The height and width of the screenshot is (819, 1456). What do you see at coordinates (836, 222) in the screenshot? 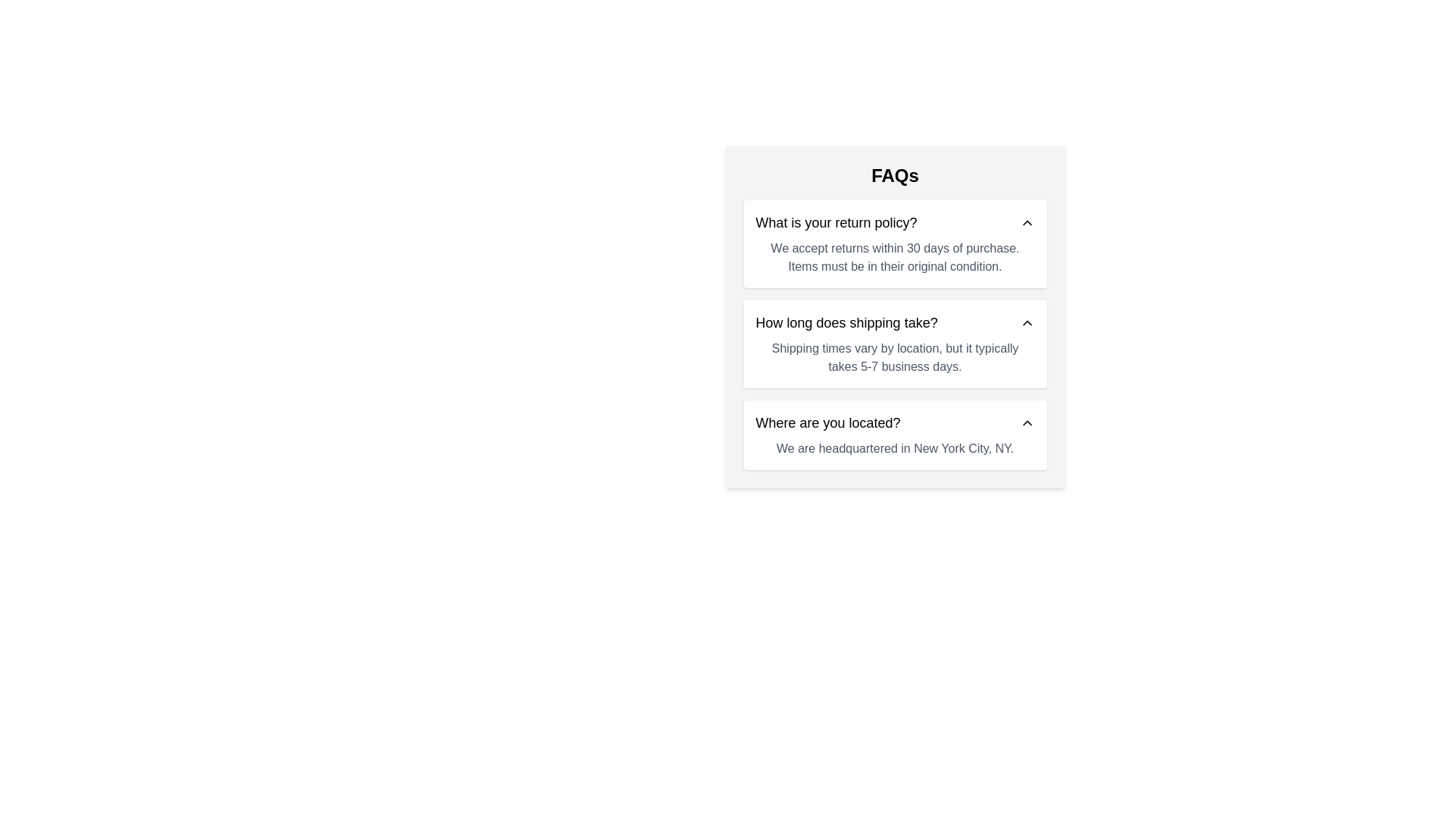
I see `the text heading that reads 'What is your return policy?' which is the first item in the FAQ section` at bounding box center [836, 222].